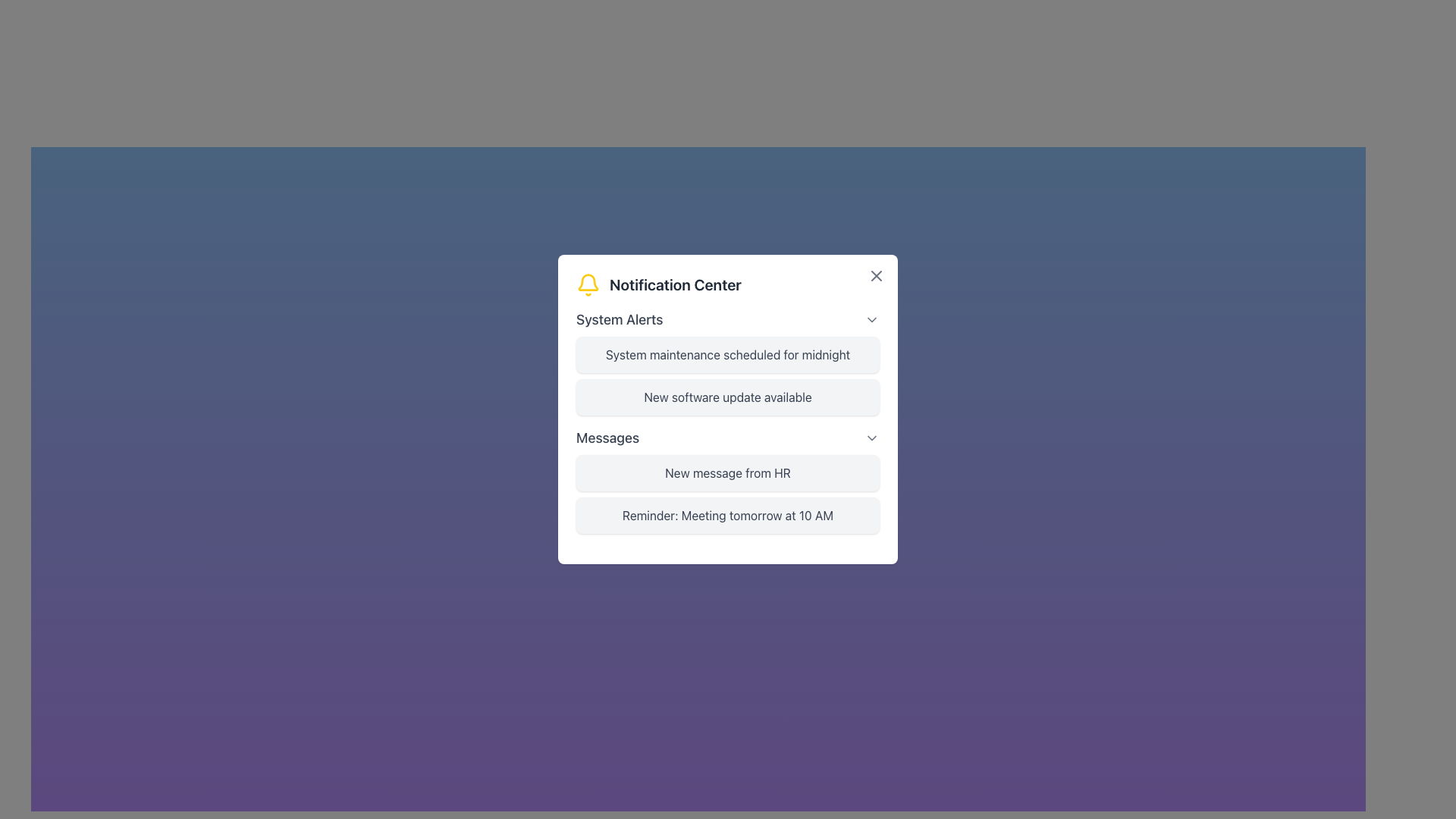 Image resolution: width=1456 pixels, height=819 pixels. I want to click on the Dropdown Toggle Button at the top-right corner of the 'System Alerts' section in the 'Notification Center', so click(872, 318).